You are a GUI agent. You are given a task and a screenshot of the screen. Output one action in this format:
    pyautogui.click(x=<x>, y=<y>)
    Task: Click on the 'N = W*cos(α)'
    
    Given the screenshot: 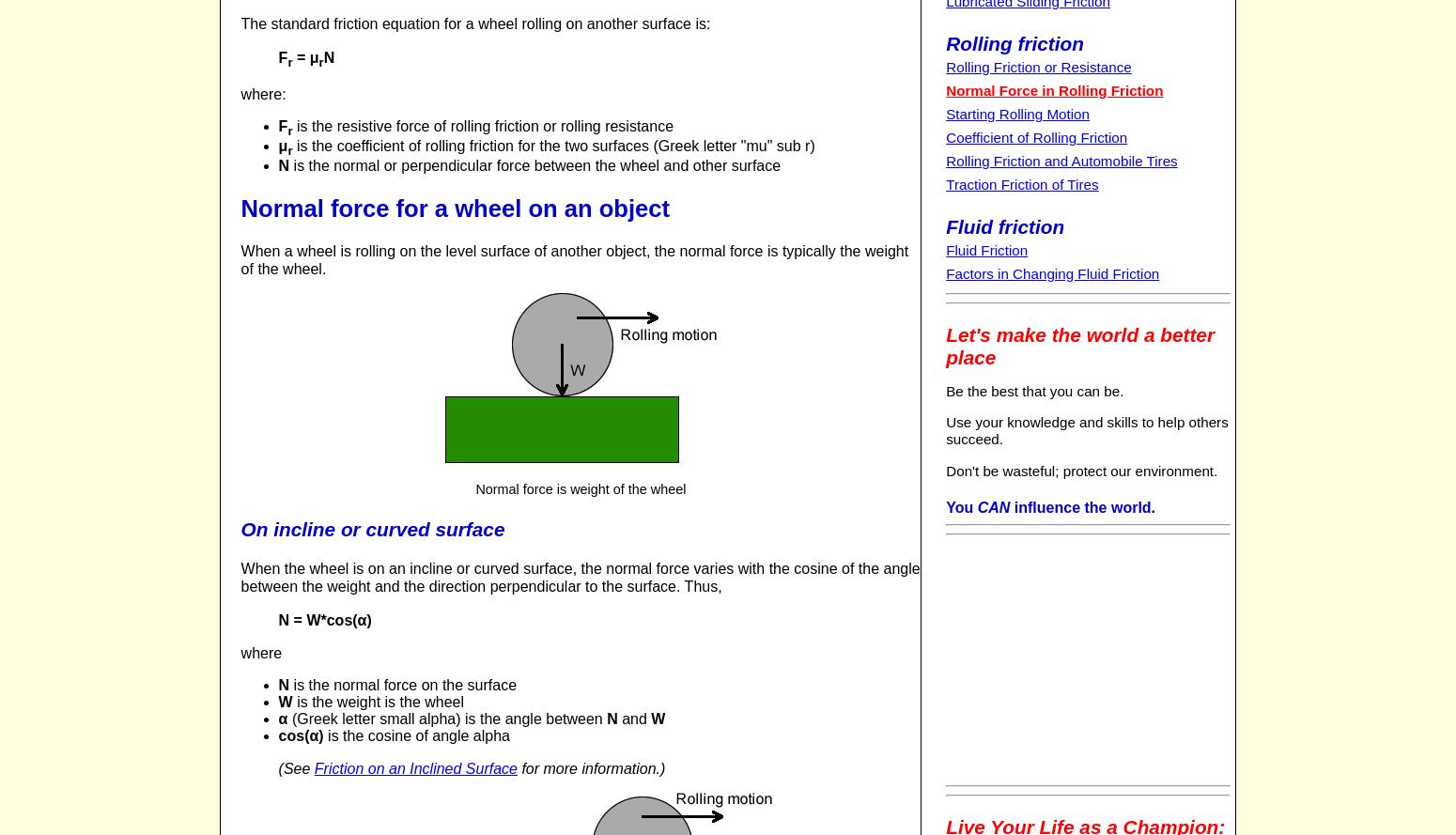 What is the action you would take?
    pyautogui.click(x=323, y=619)
    